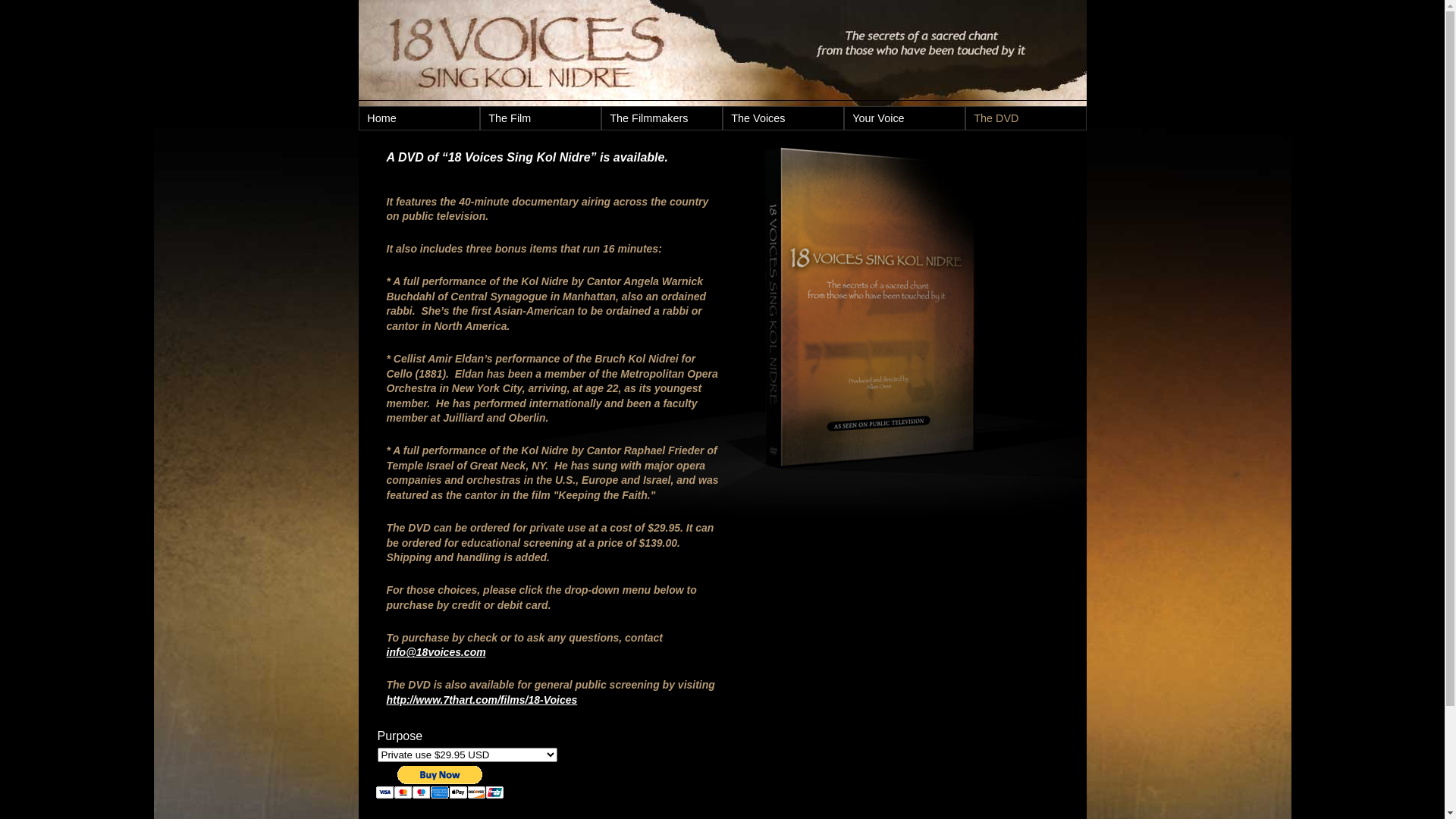  What do you see at coordinates (783, 117) in the screenshot?
I see `'The Voices'` at bounding box center [783, 117].